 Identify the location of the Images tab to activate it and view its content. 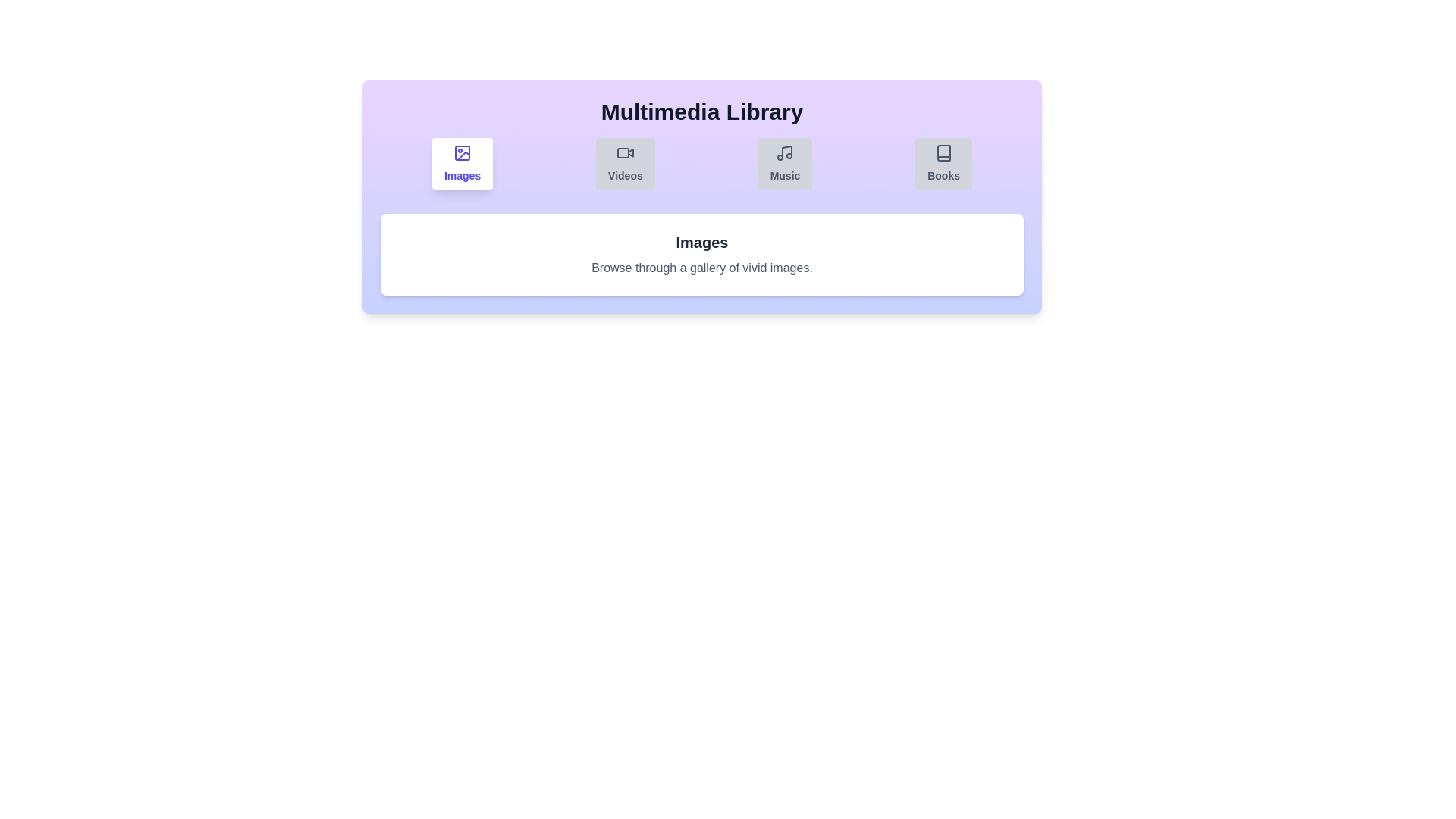
(461, 164).